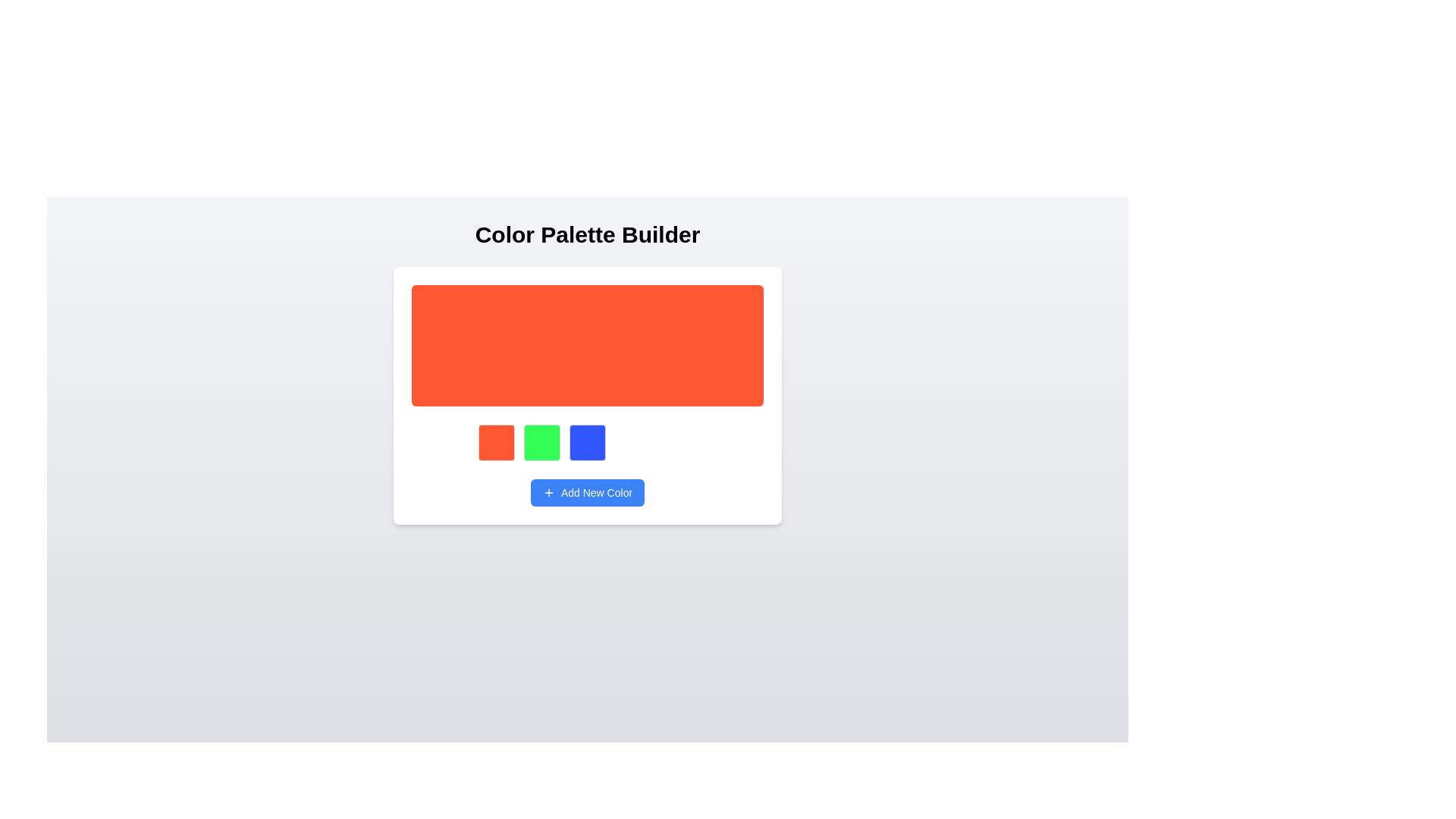 This screenshot has width=1456, height=819. What do you see at coordinates (548, 493) in the screenshot?
I see `the plus icon within the 'Add New Color' button` at bounding box center [548, 493].